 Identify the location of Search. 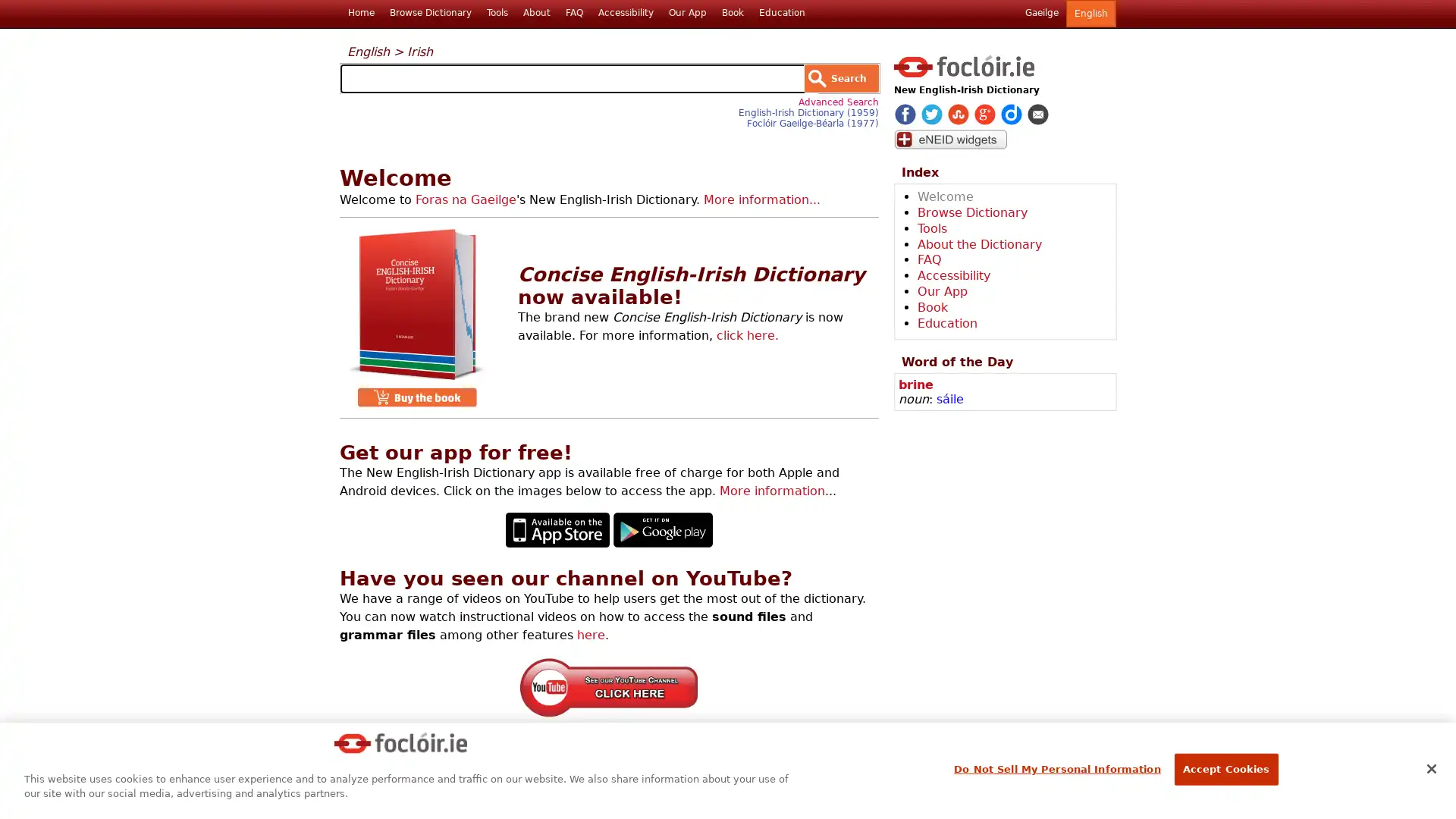
(840, 78).